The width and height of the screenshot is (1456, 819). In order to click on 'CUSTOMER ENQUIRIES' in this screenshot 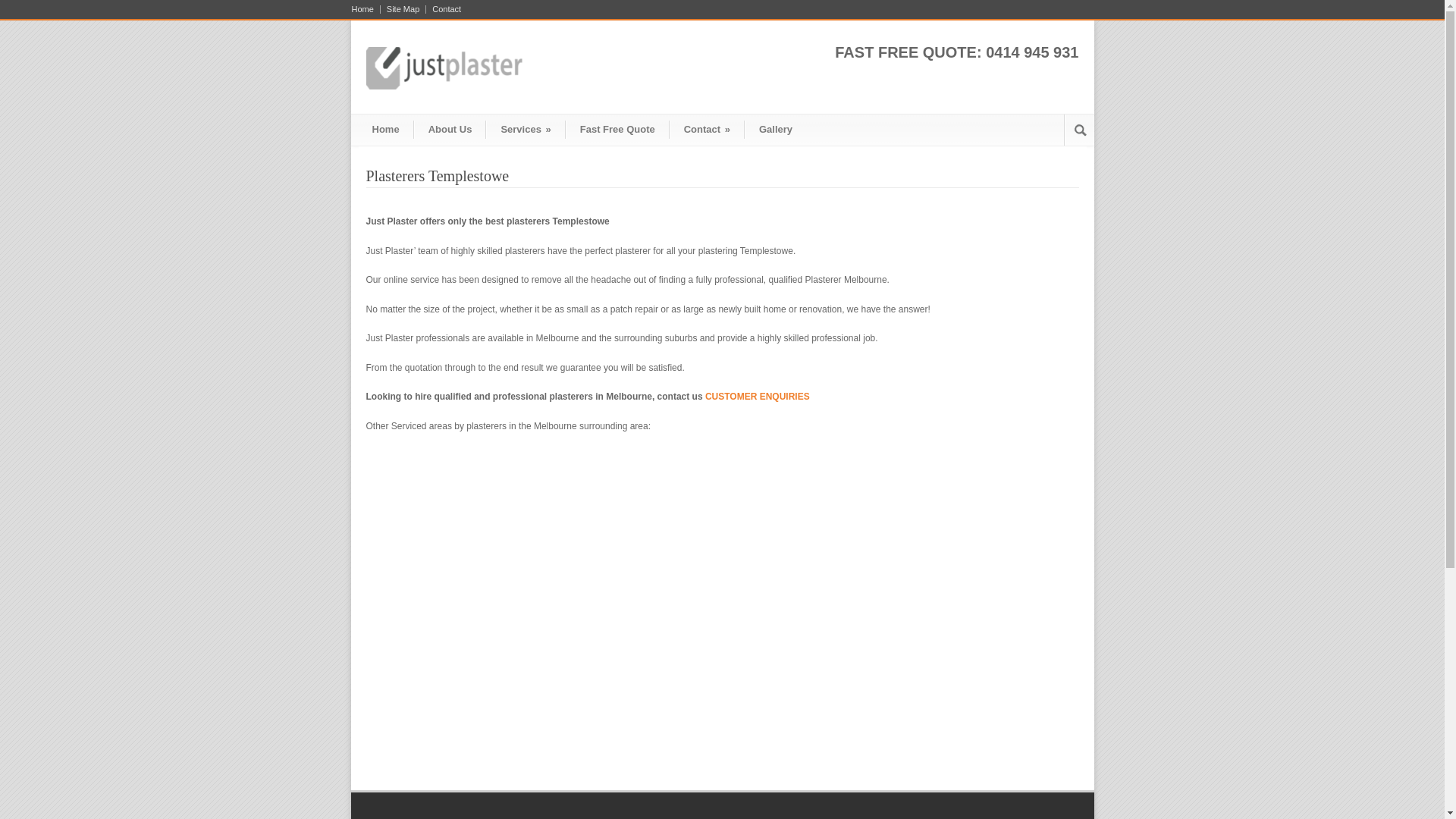, I will do `click(757, 396)`.